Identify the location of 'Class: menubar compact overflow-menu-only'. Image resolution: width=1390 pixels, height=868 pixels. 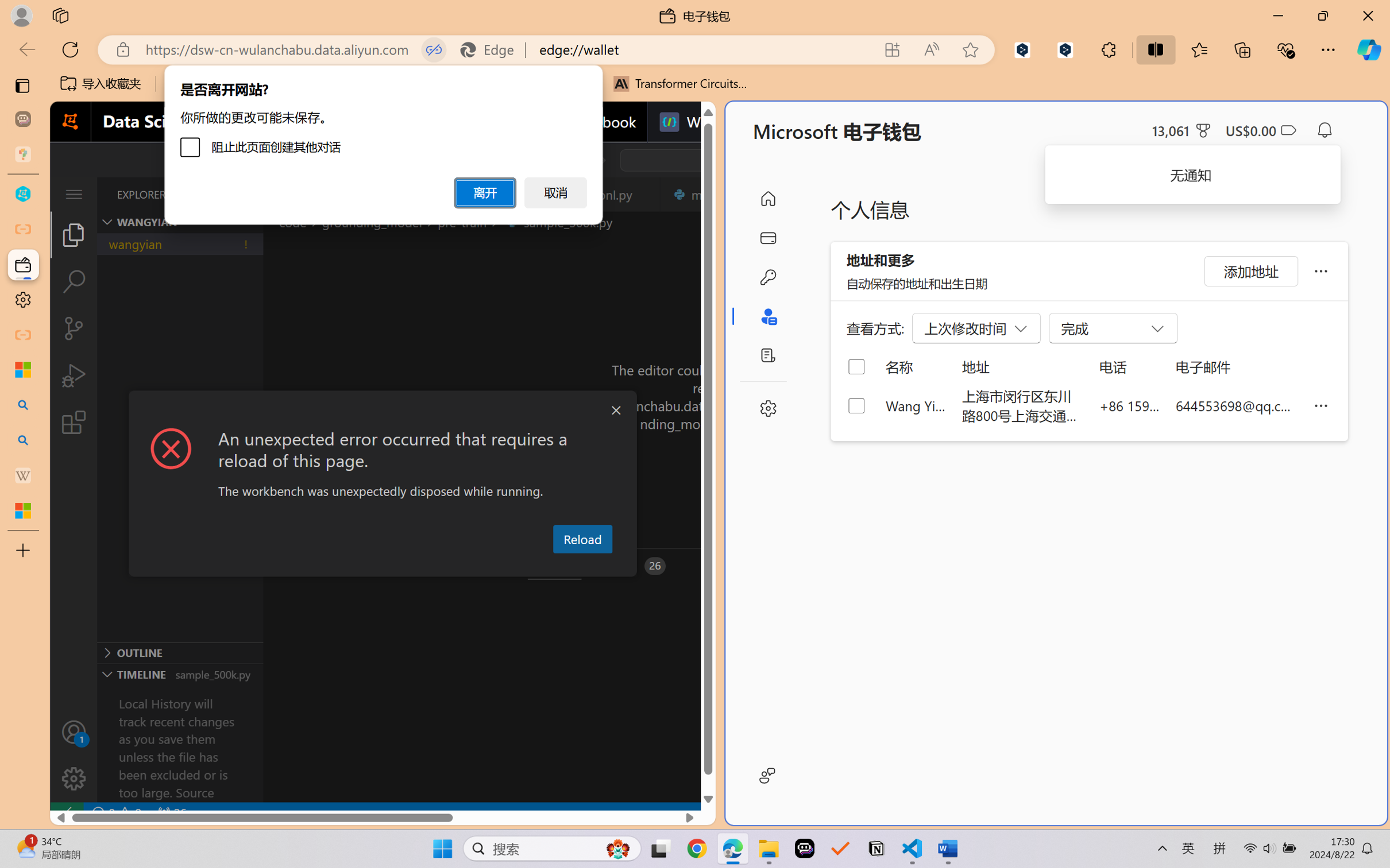
(73, 193).